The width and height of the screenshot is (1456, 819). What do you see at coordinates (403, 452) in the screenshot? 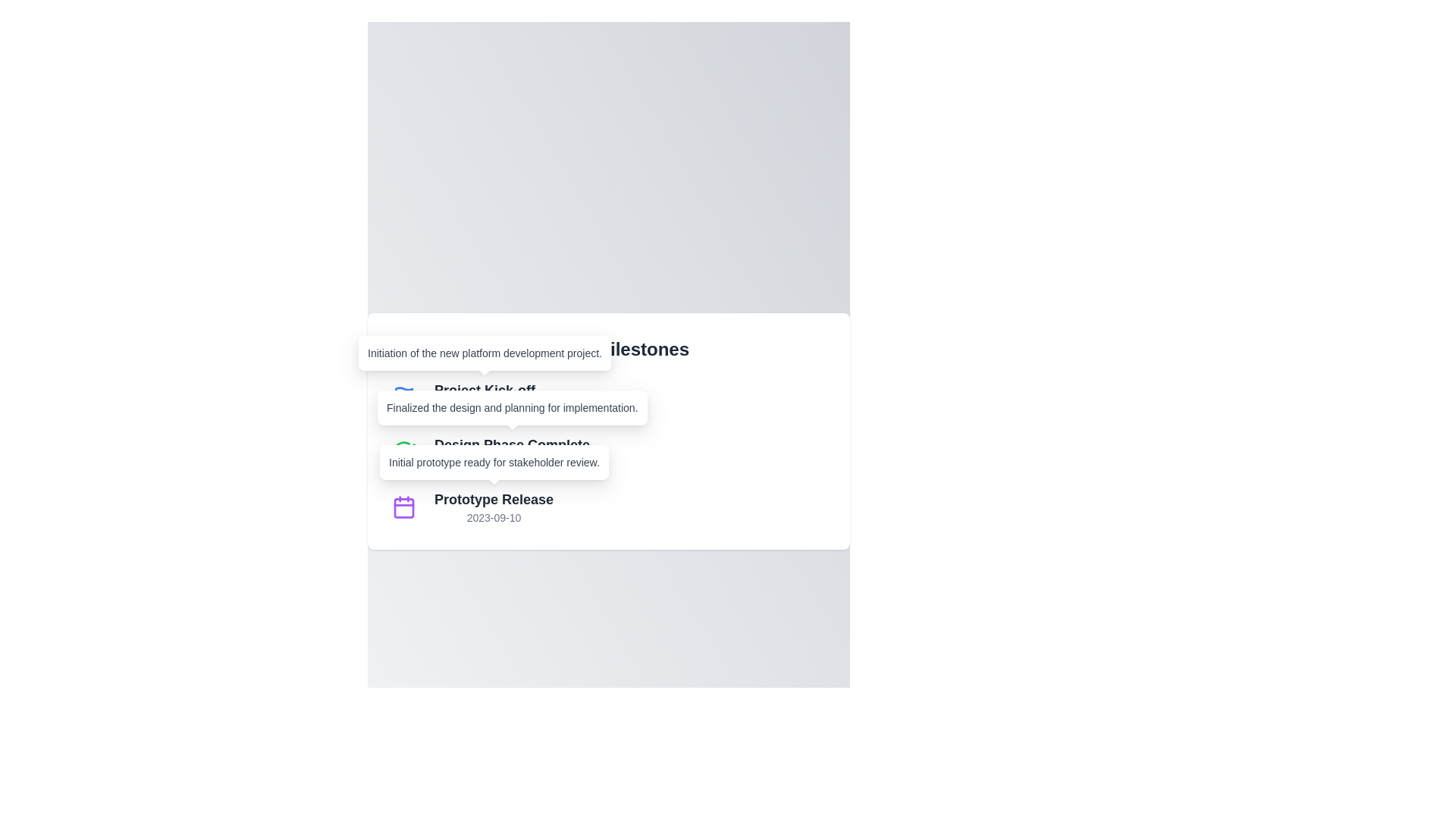
I see `the circular green icon with a checkmark inside it, which signifies success and is located in the center-left of the milestone card labeled 'Design Phase Complete'` at bounding box center [403, 452].